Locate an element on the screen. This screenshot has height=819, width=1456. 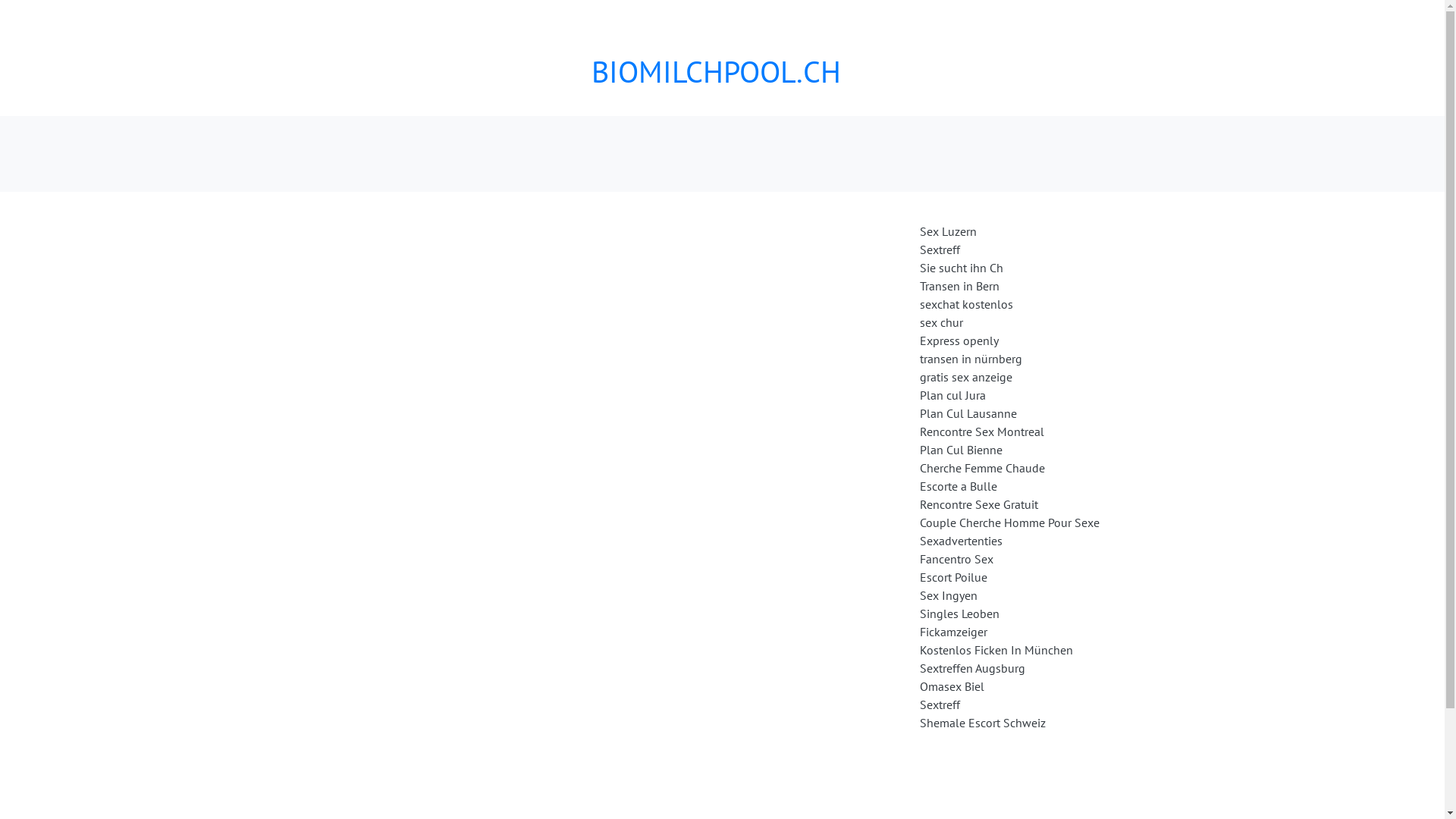
'Transen in Bern' is located at coordinates (958, 286).